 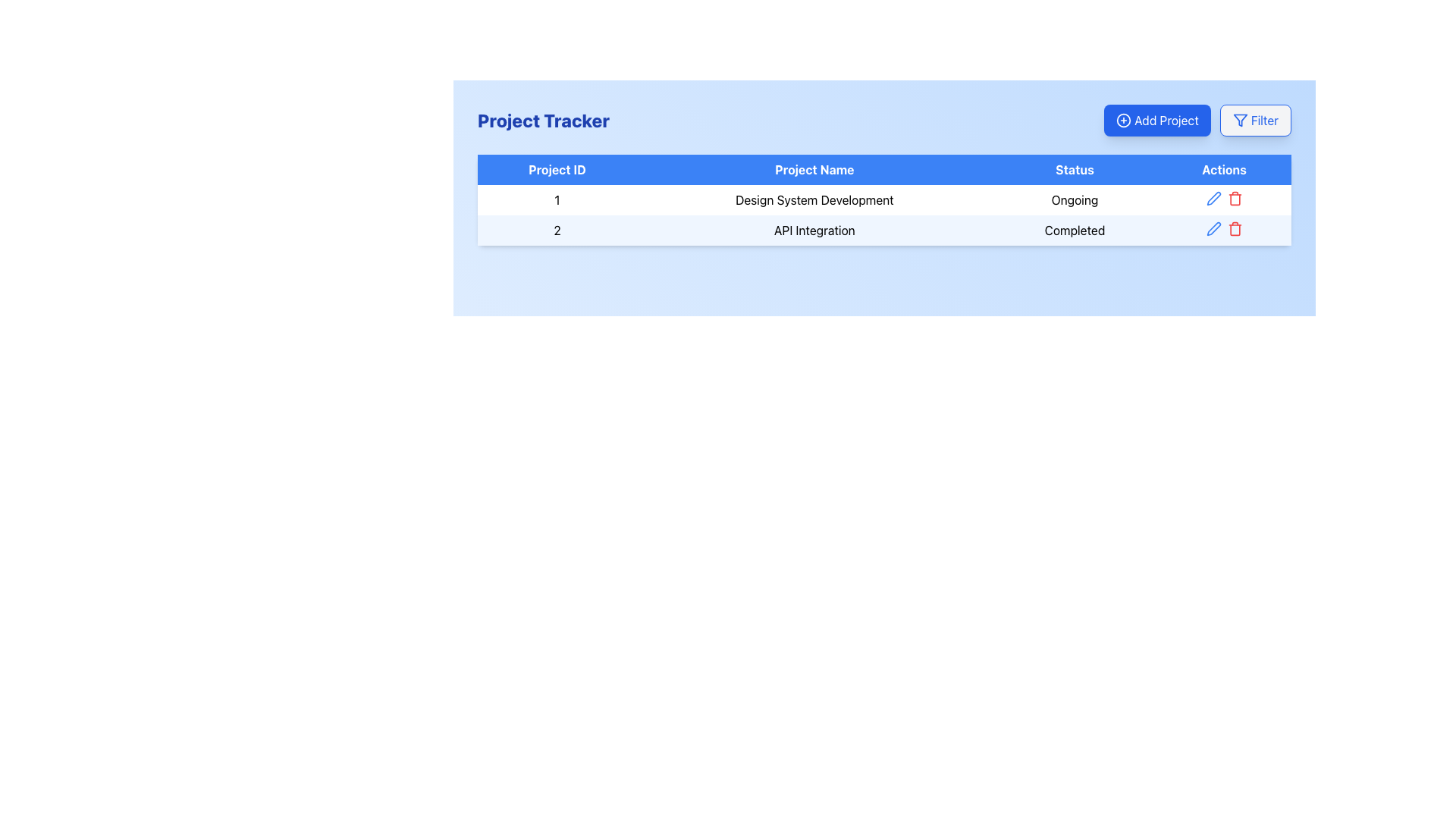 What do you see at coordinates (1224, 169) in the screenshot?
I see `the Table Header Cell that labels the 'Actions' column in the table, which is the fourth column out of four, located to the right of the 'Status' column` at bounding box center [1224, 169].